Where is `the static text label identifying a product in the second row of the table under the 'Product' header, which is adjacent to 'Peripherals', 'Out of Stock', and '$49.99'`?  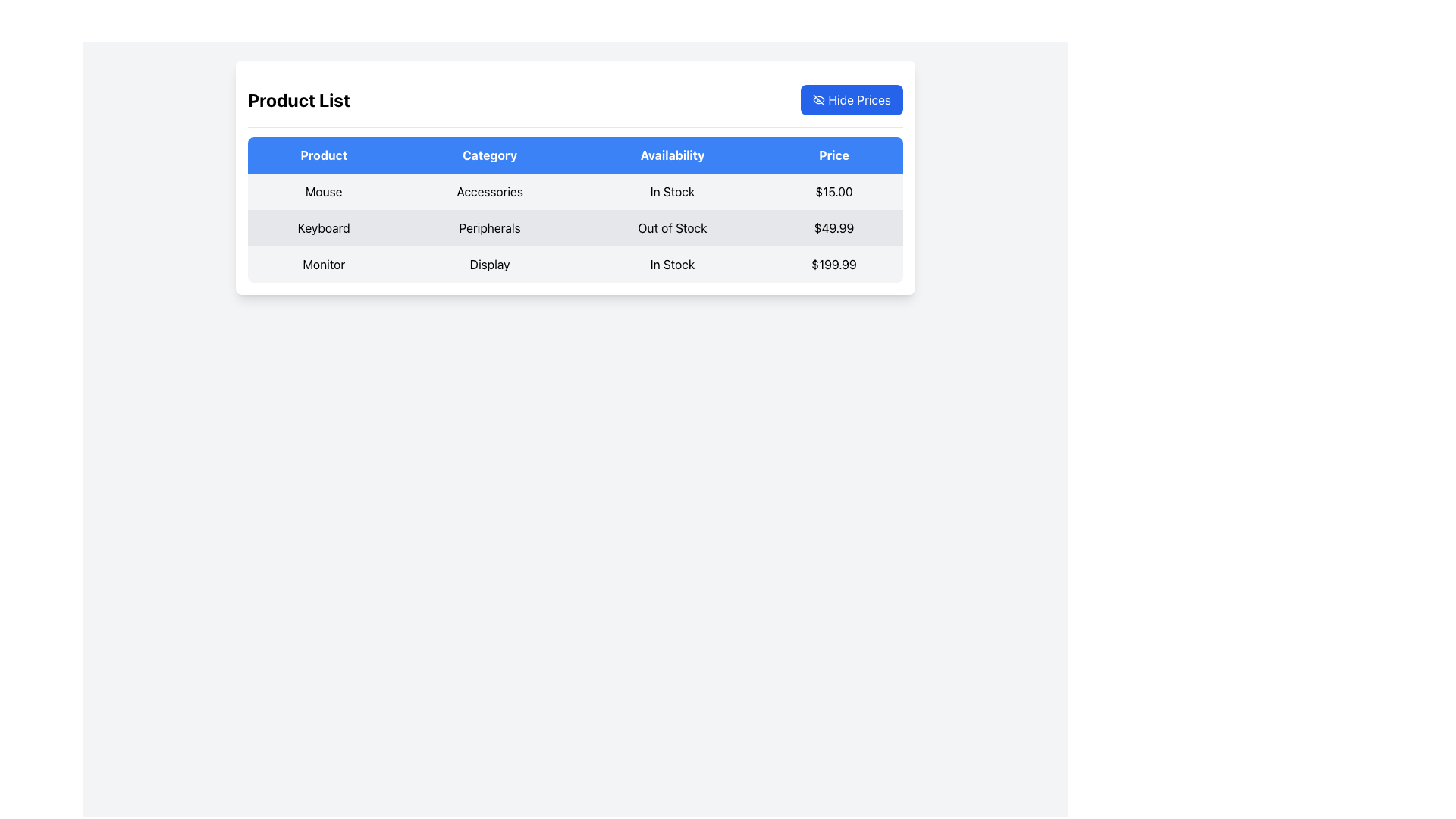
the static text label identifying a product in the second row of the table under the 'Product' header, which is adjacent to 'Peripherals', 'Out of Stock', and '$49.99' is located at coordinates (323, 227).